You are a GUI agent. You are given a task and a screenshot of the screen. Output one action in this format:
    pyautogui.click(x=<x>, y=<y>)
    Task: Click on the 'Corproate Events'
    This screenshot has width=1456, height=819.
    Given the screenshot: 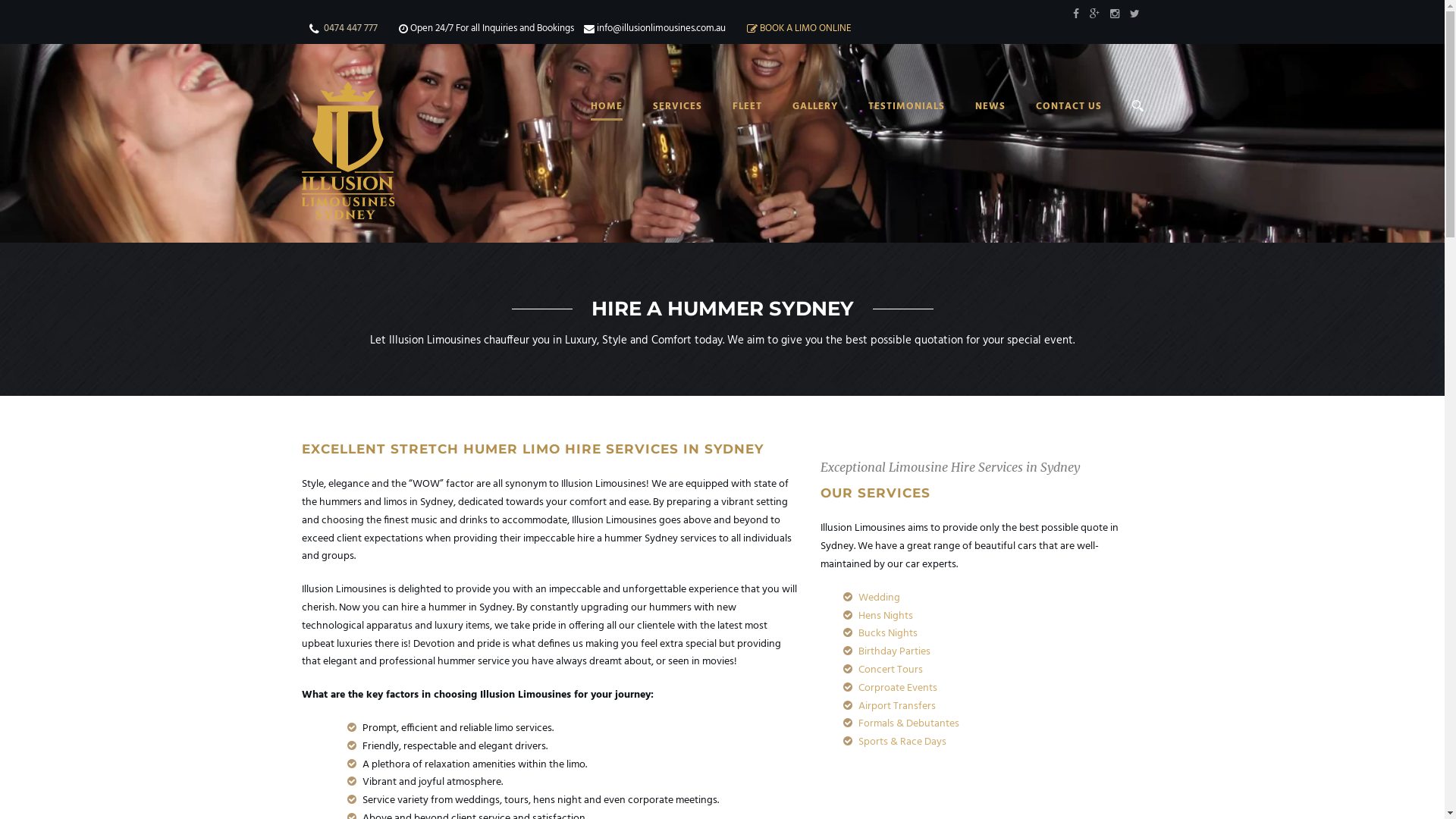 What is the action you would take?
    pyautogui.click(x=898, y=688)
    